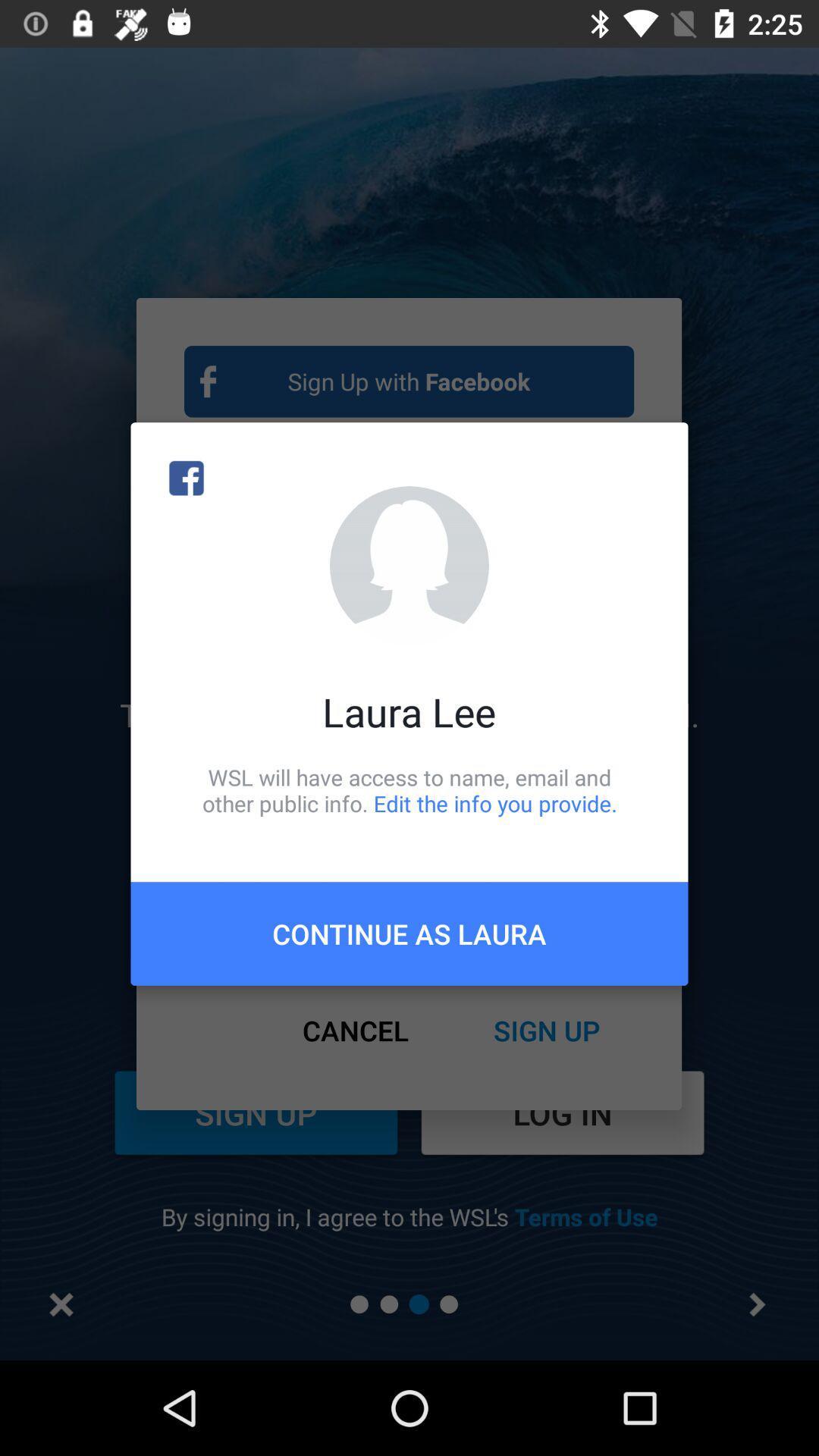 The height and width of the screenshot is (1456, 819). Describe the element at coordinates (409, 789) in the screenshot. I see `the item above the continue as laura` at that location.